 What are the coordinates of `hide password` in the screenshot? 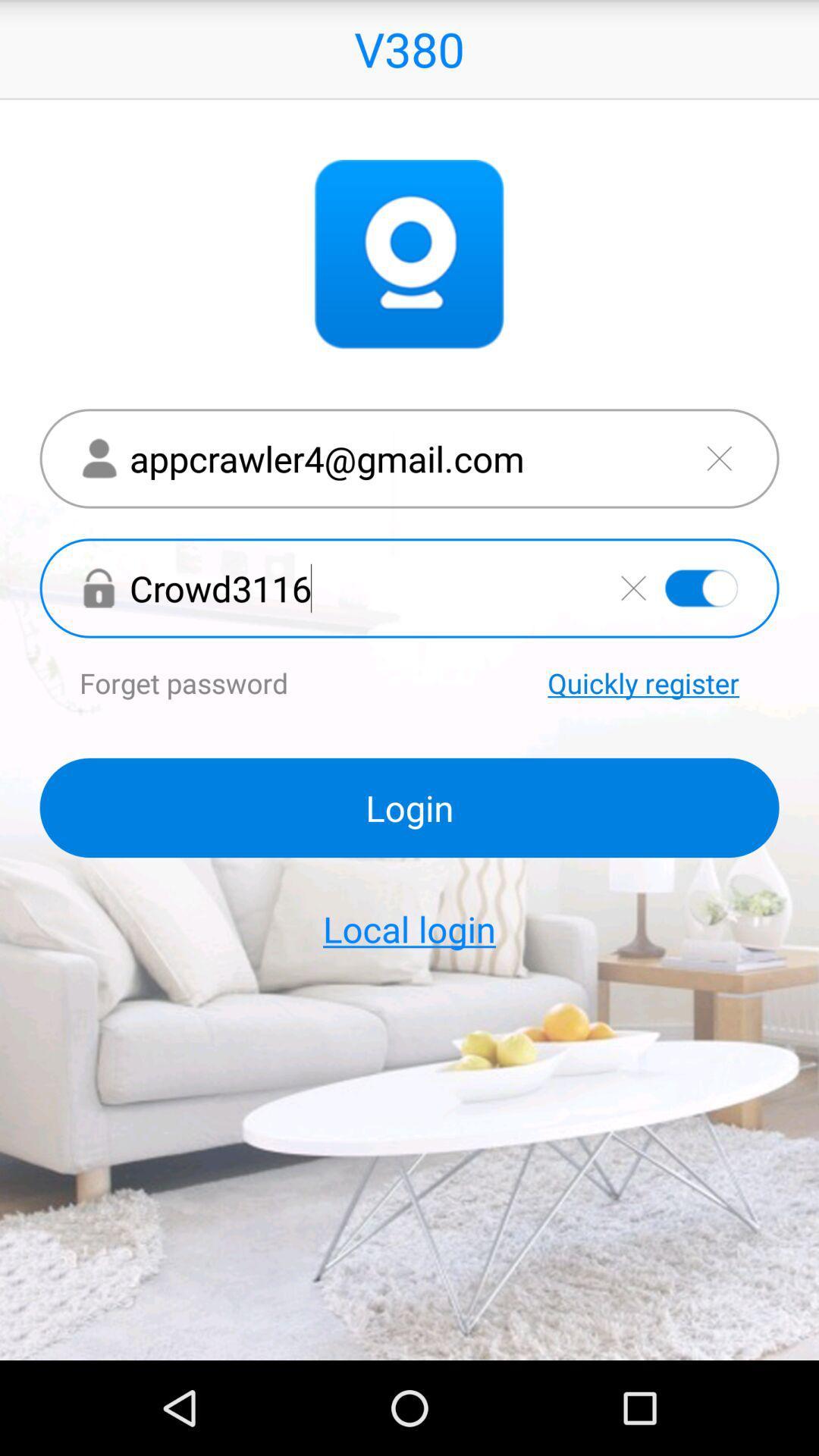 It's located at (701, 587).